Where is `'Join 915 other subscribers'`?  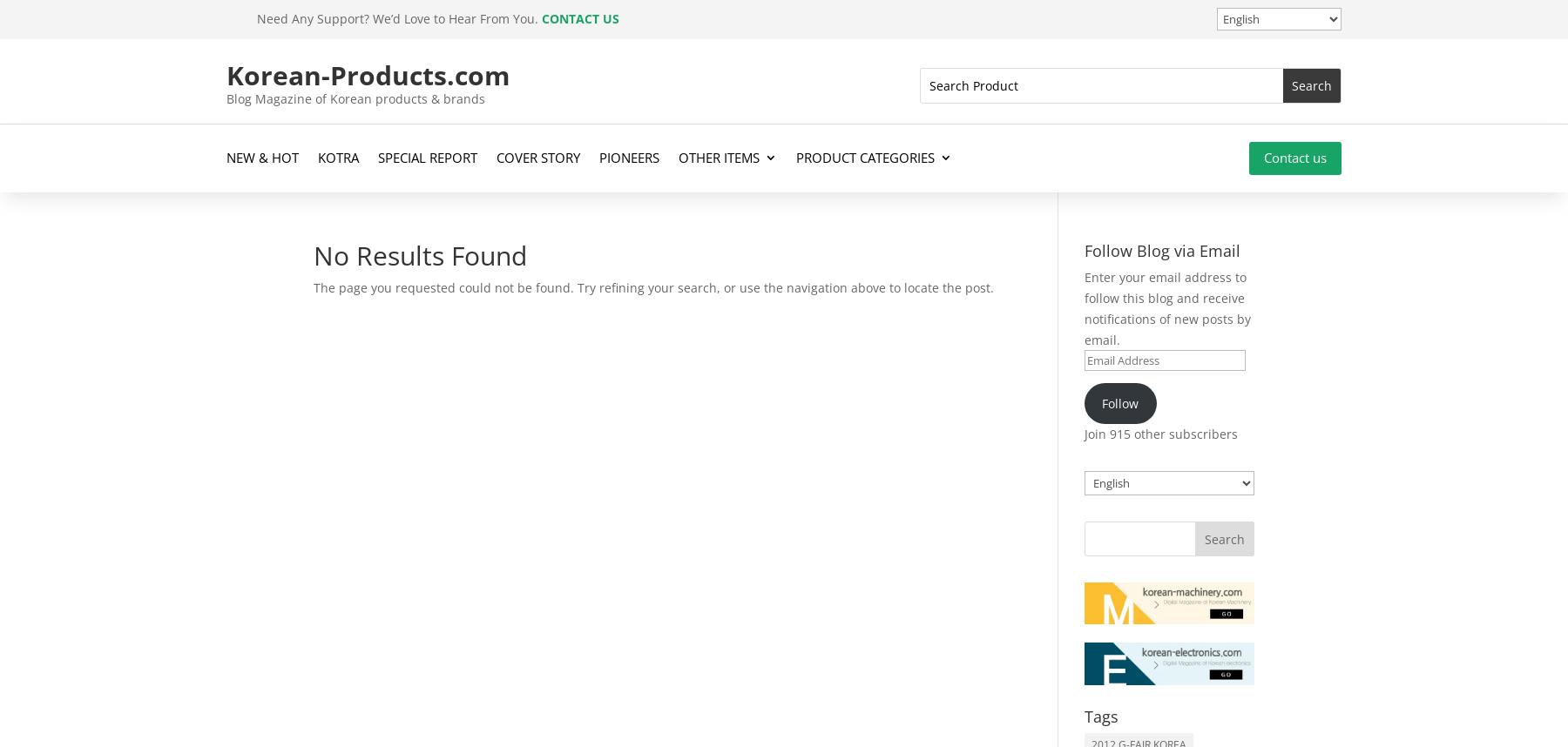 'Join 915 other subscribers' is located at coordinates (1160, 432).